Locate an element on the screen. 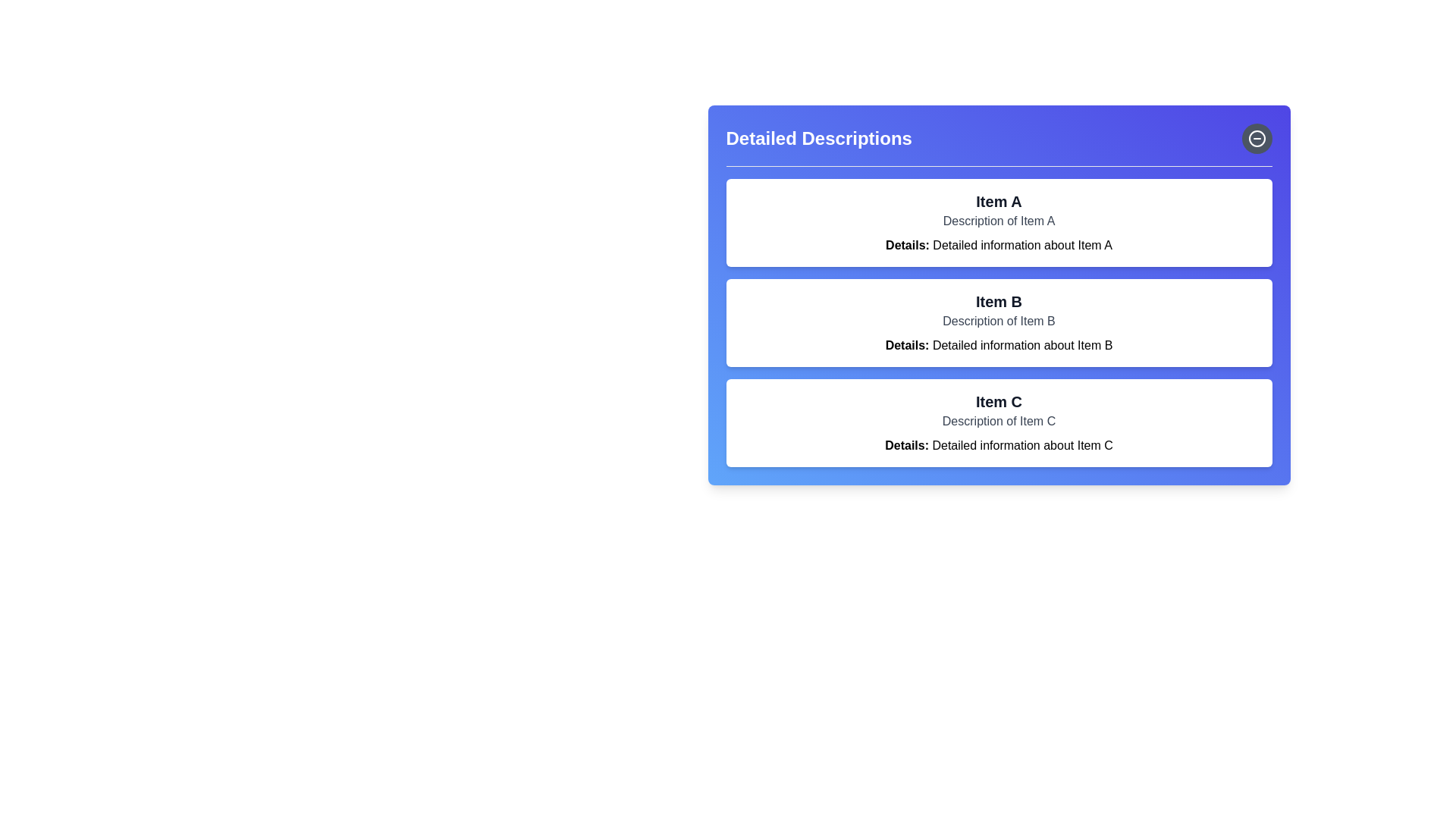  the text block element labeled 'Details:' which contains the description 'Detailed information about Item A.' is located at coordinates (999, 245).